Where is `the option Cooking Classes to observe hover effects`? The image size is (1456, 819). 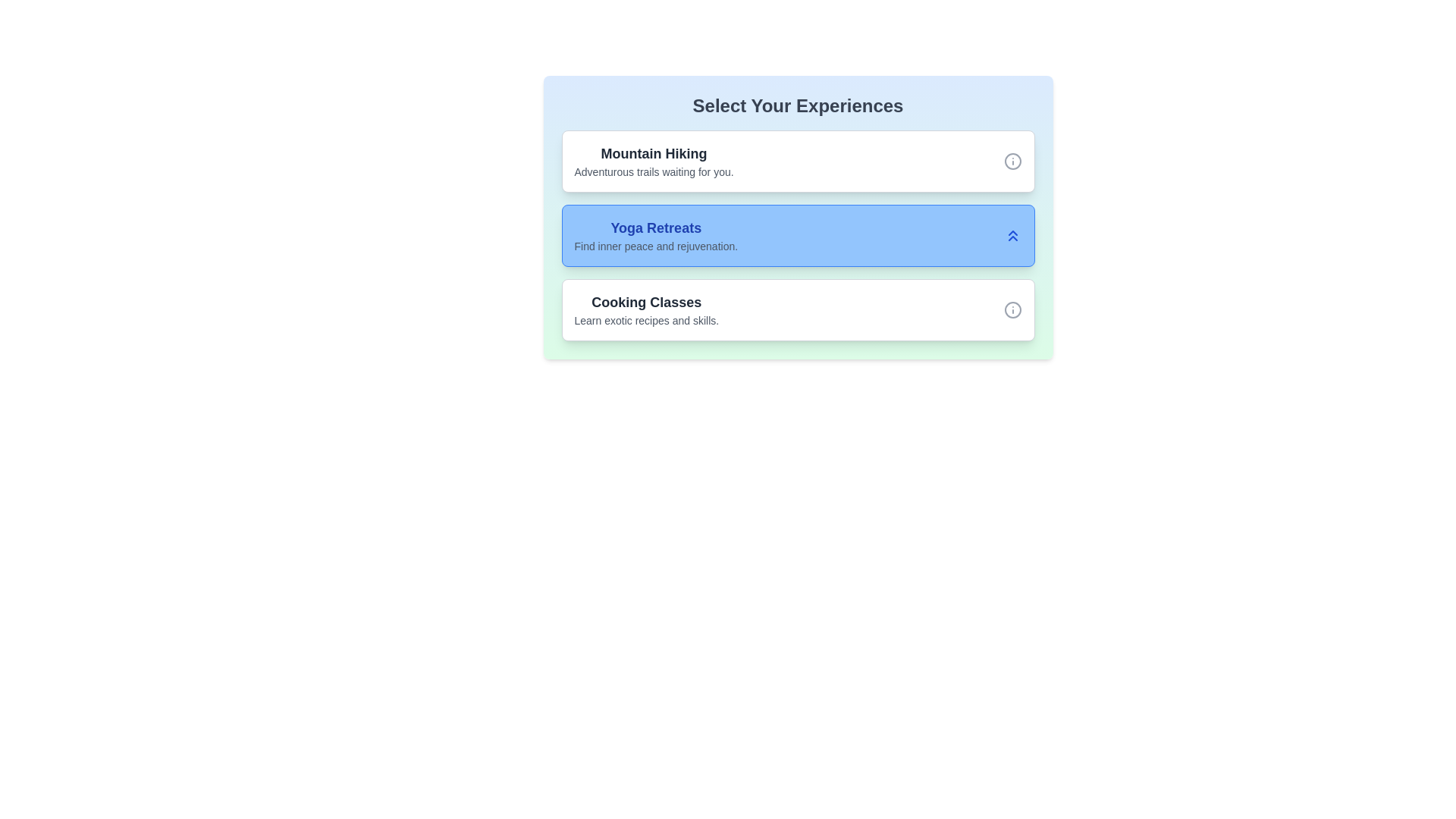
the option Cooking Classes to observe hover effects is located at coordinates (797, 309).